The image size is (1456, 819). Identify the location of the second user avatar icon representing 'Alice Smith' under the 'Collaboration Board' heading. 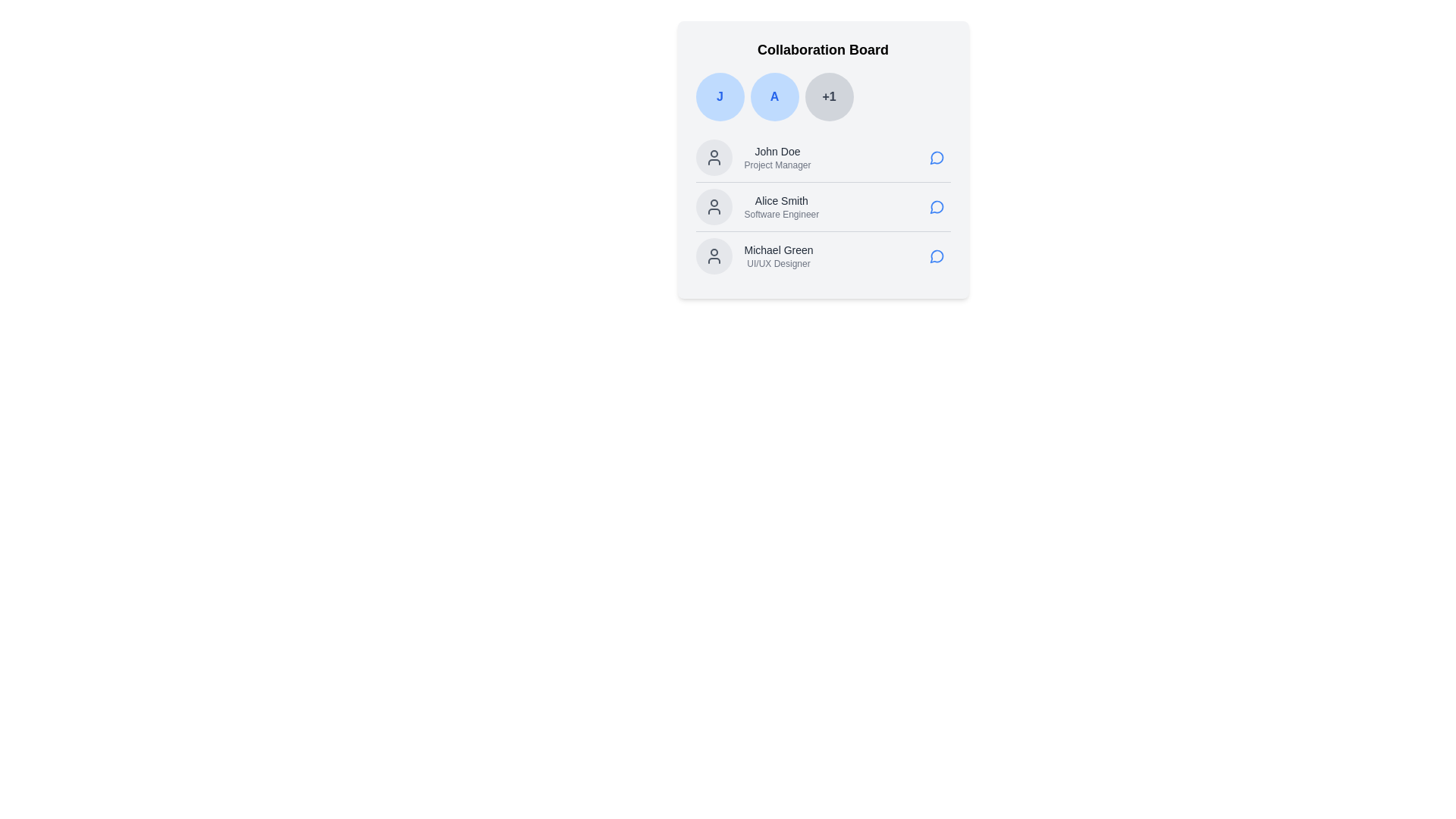
(713, 207).